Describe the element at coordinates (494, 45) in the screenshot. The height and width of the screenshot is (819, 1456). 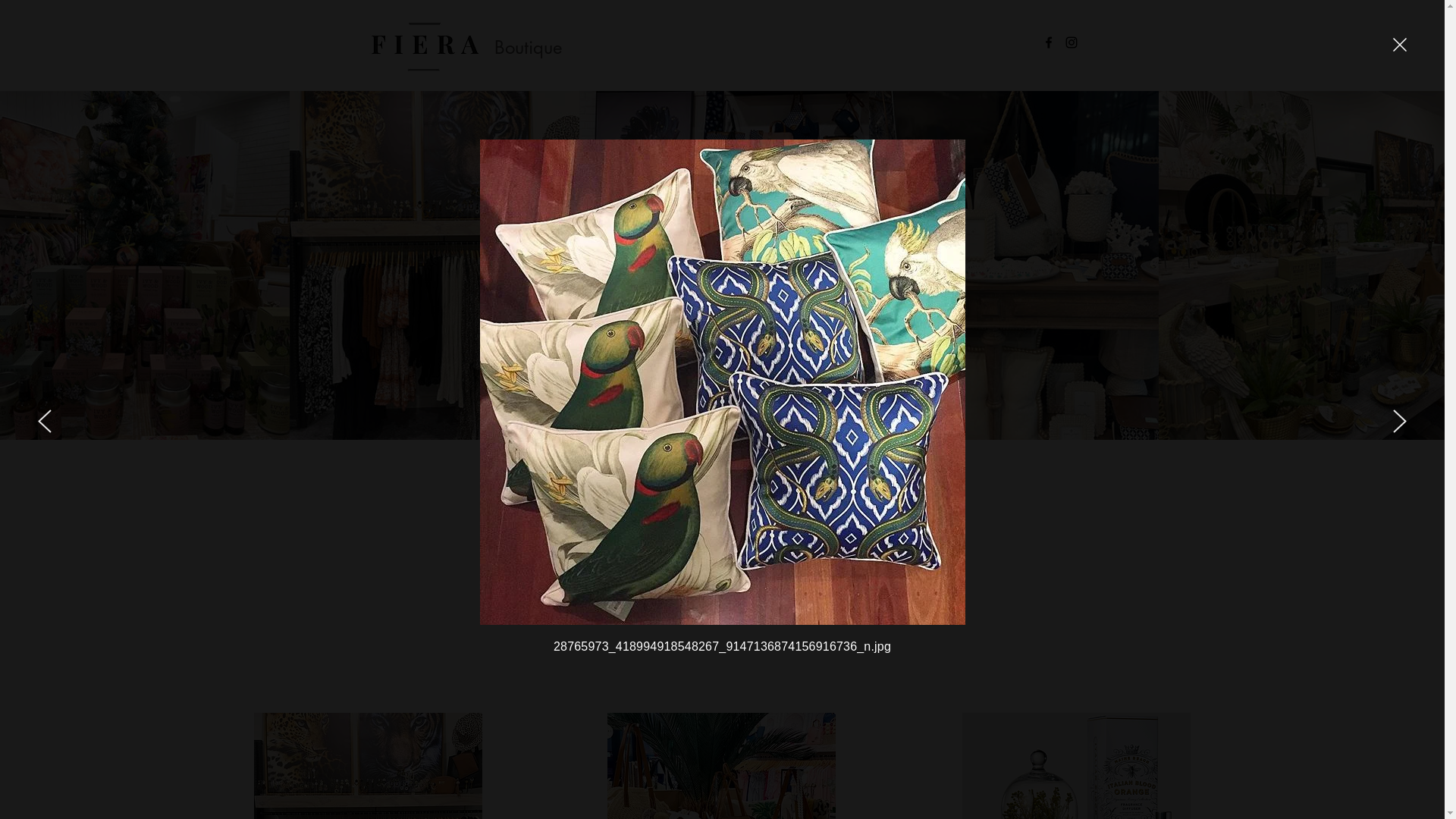
I see `'Boutique'` at that location.